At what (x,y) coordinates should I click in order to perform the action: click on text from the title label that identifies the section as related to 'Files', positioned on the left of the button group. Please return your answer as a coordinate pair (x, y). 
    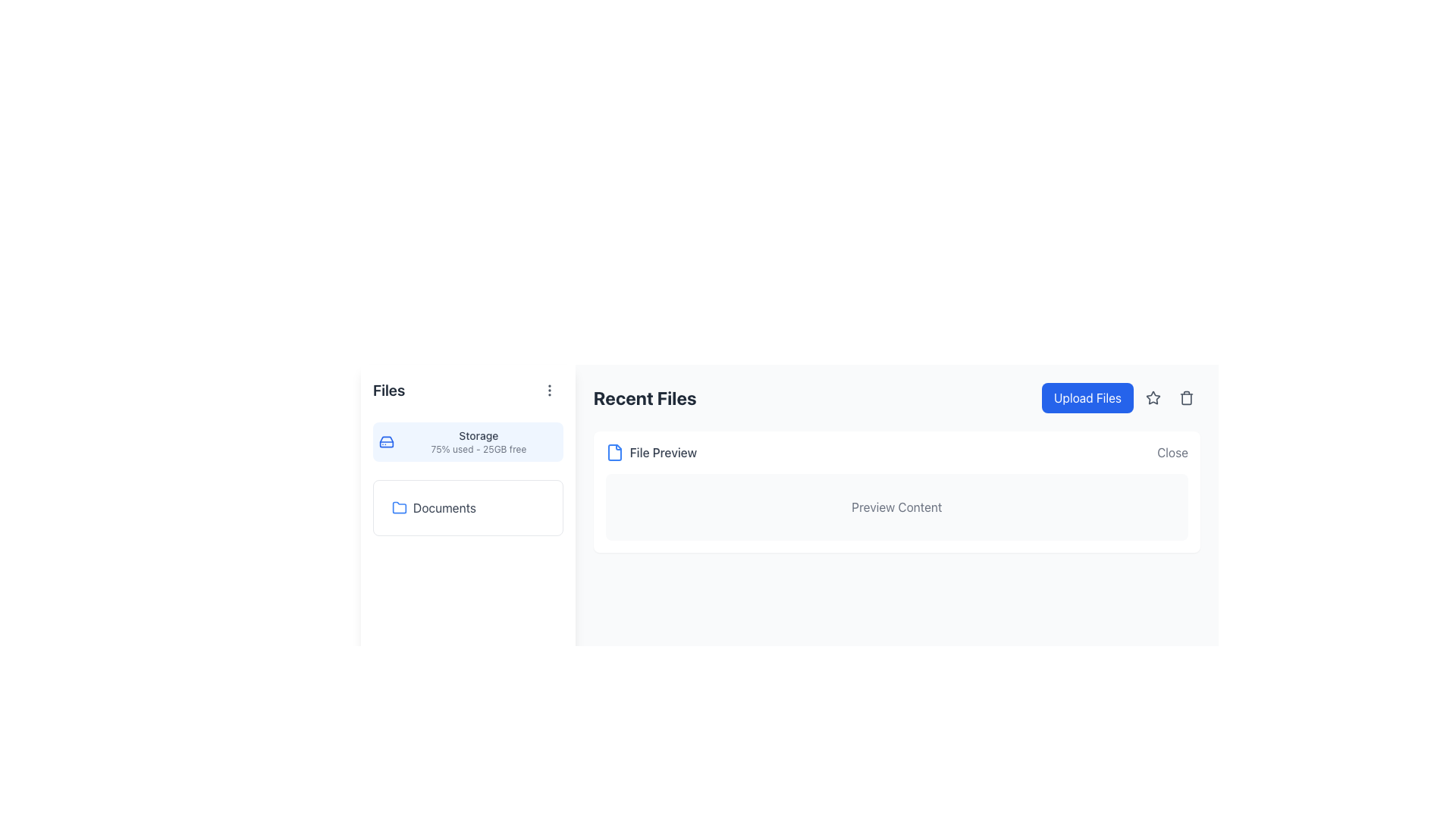
    Looking at the image, I should click on (389, 390).